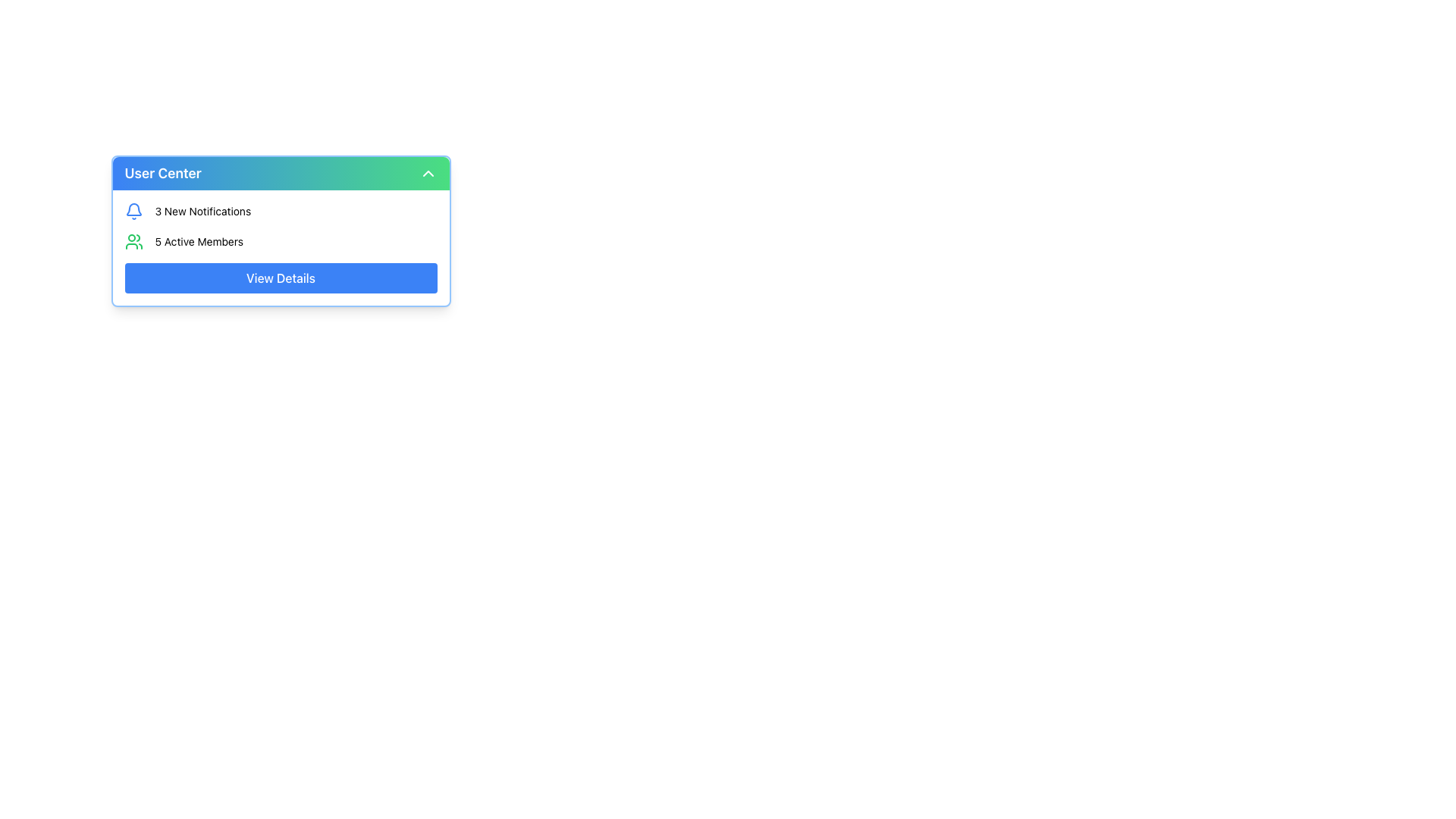  What do you see at coordinates (427, 172) in the screenshot?
I see `the chevron icon located in the upper right corner of the 'User Center' header` at bounding box center [427, 172].